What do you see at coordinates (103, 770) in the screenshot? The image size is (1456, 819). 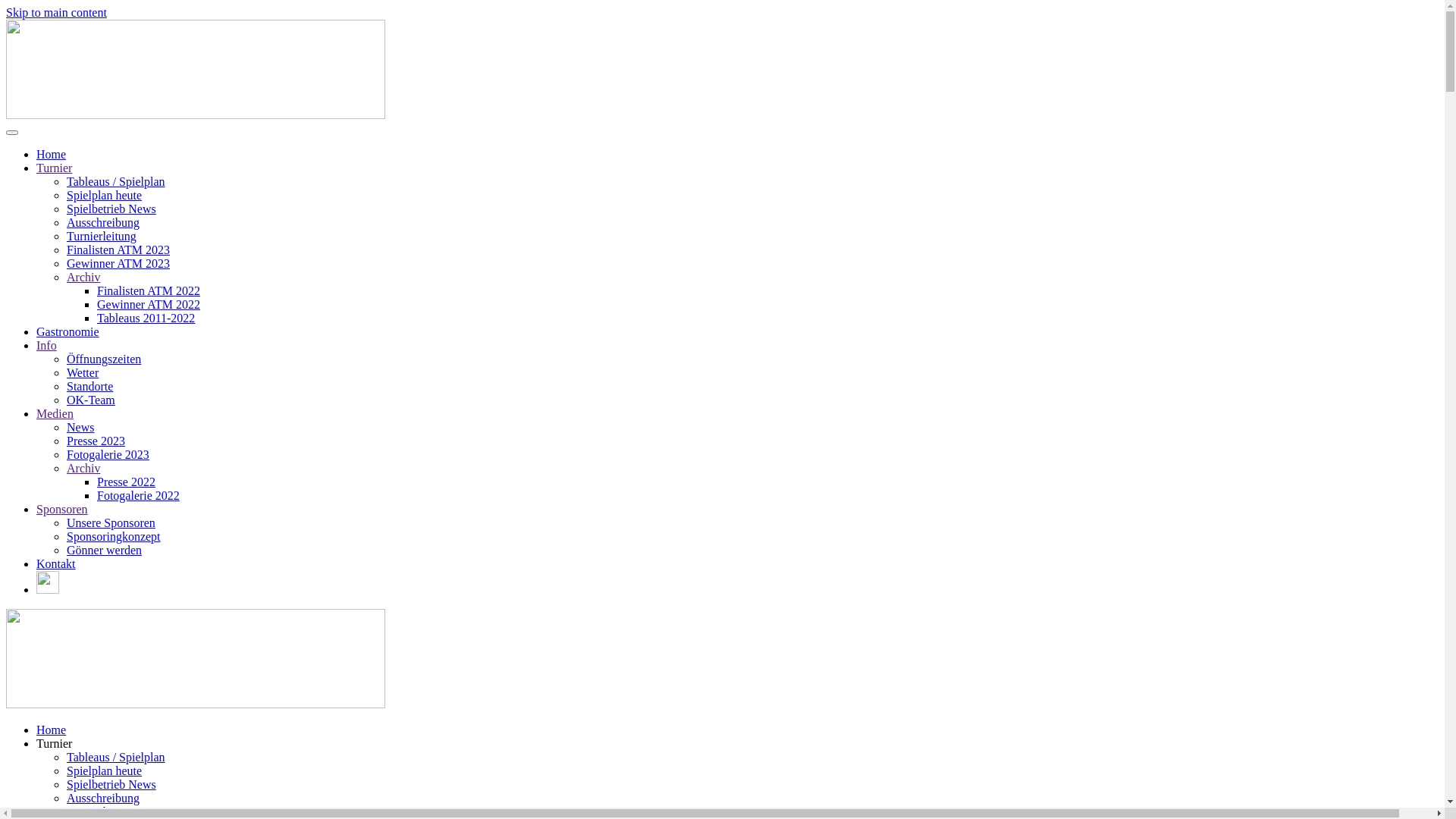 I see `'Spielplan heute'` at bounding box center [103, 770].